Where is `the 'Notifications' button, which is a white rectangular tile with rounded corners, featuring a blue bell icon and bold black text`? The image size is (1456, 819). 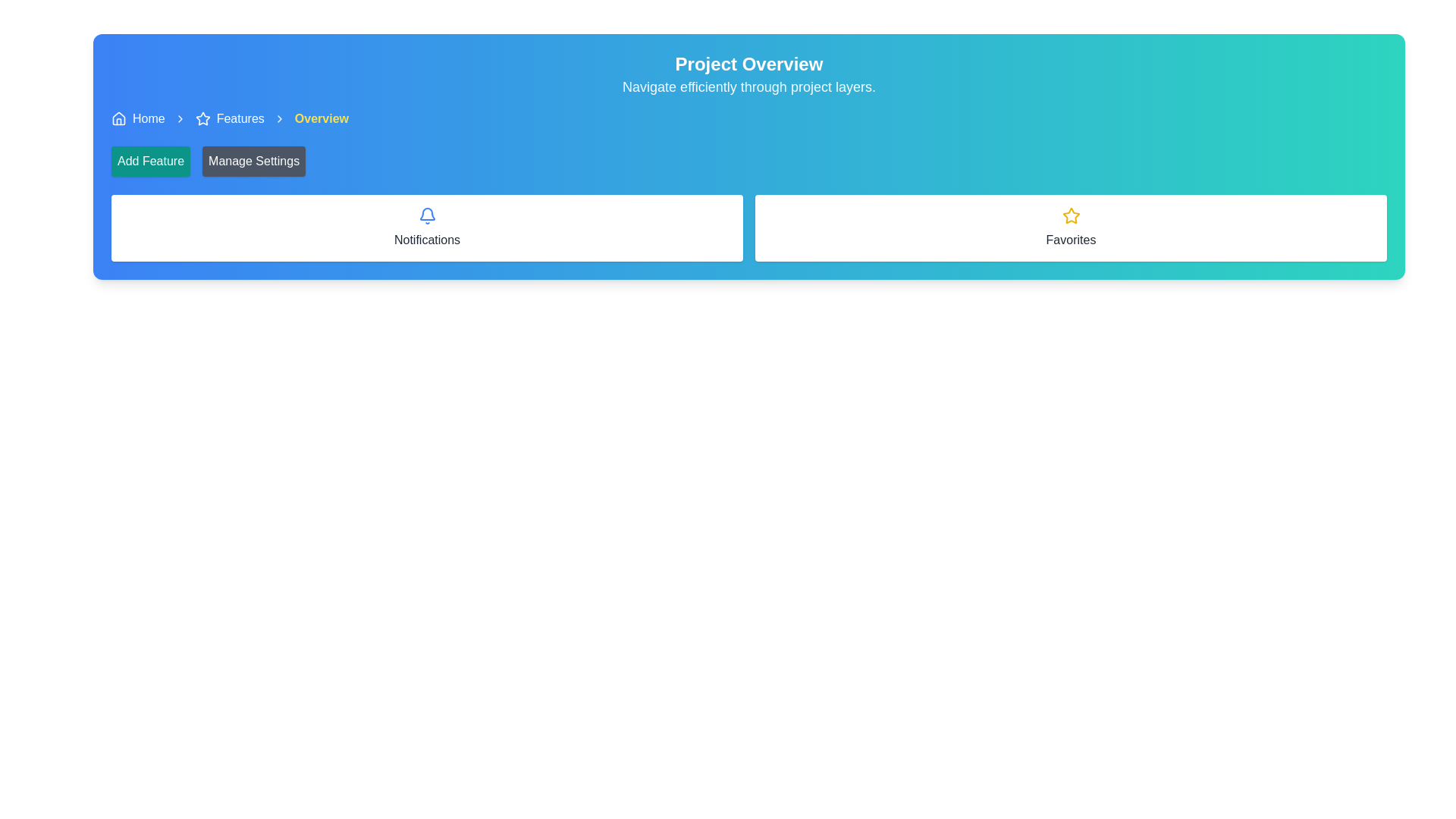
the 'Notifications' button, which is a white rectangular tile with rounded corners, featuring a blue bell icon and bold black text is located at coordinates (426, 227).